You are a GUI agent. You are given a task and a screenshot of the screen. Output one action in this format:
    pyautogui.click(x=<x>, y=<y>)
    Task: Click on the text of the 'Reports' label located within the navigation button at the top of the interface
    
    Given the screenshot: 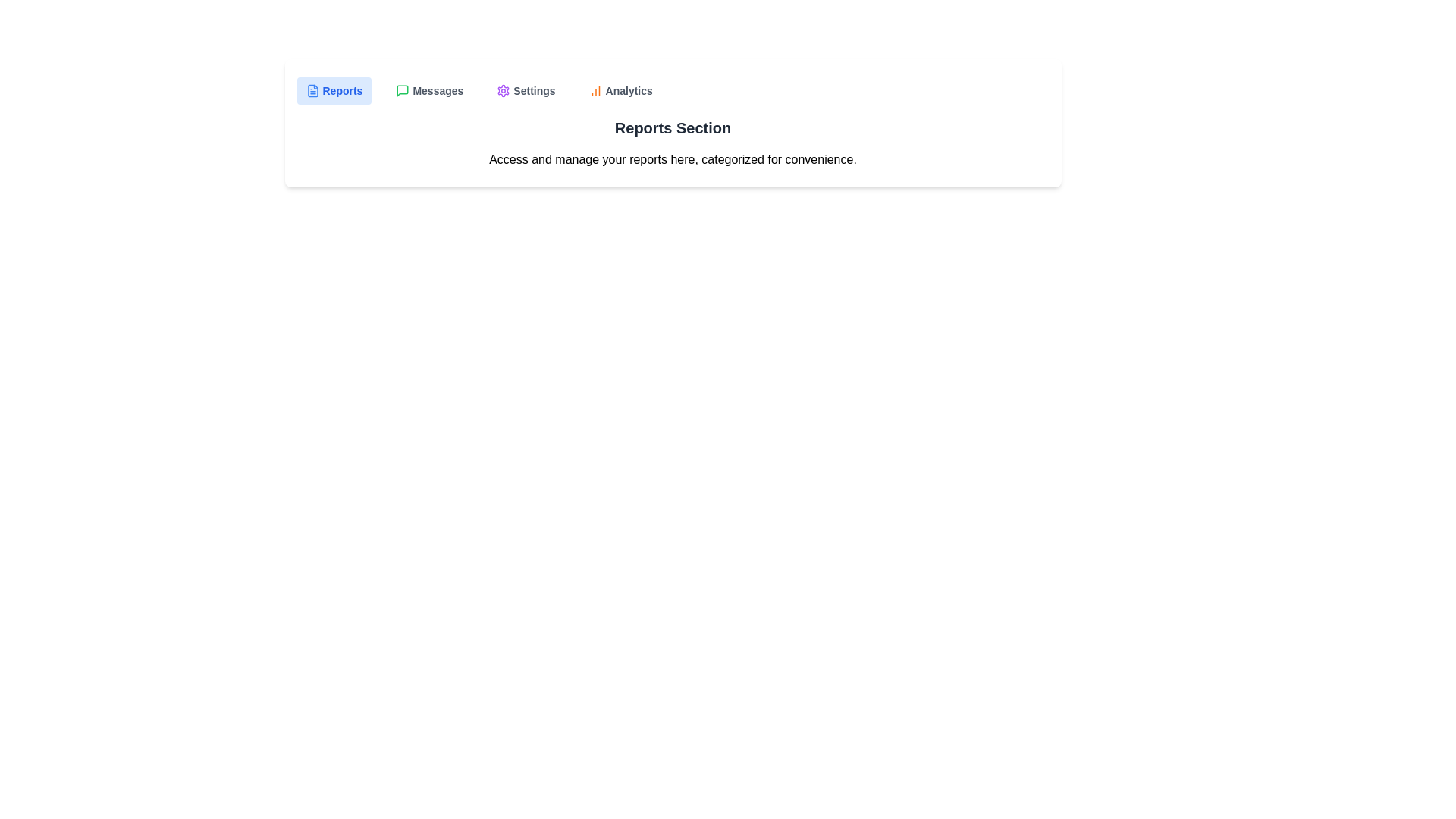 What is the action you would take?
    pyautogui.click(x=341, y=90)
    